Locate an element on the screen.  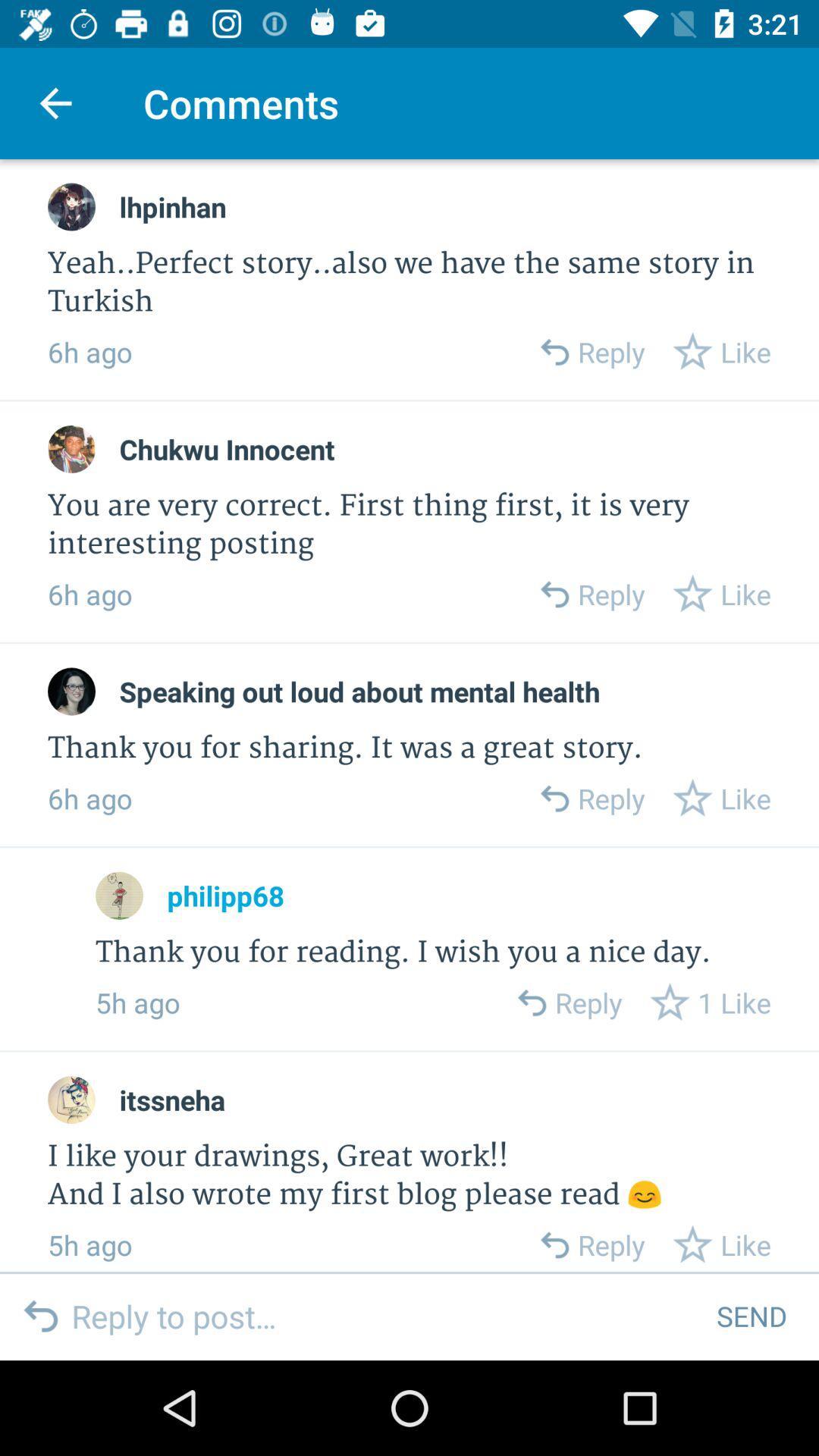
reply to comment is located at coordinates (554, 593).